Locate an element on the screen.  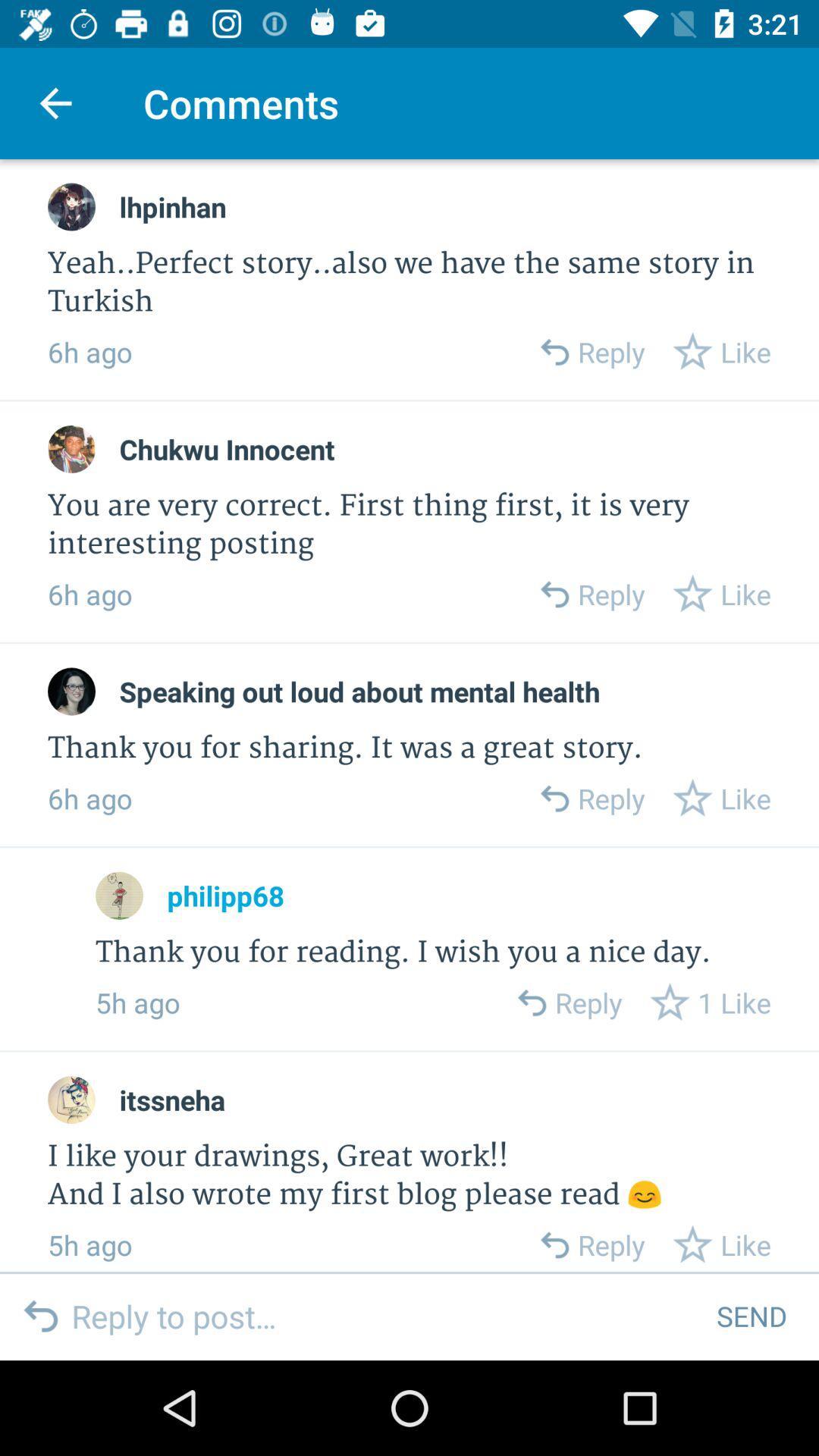
reply to comment is located at coordinates (554, 593).